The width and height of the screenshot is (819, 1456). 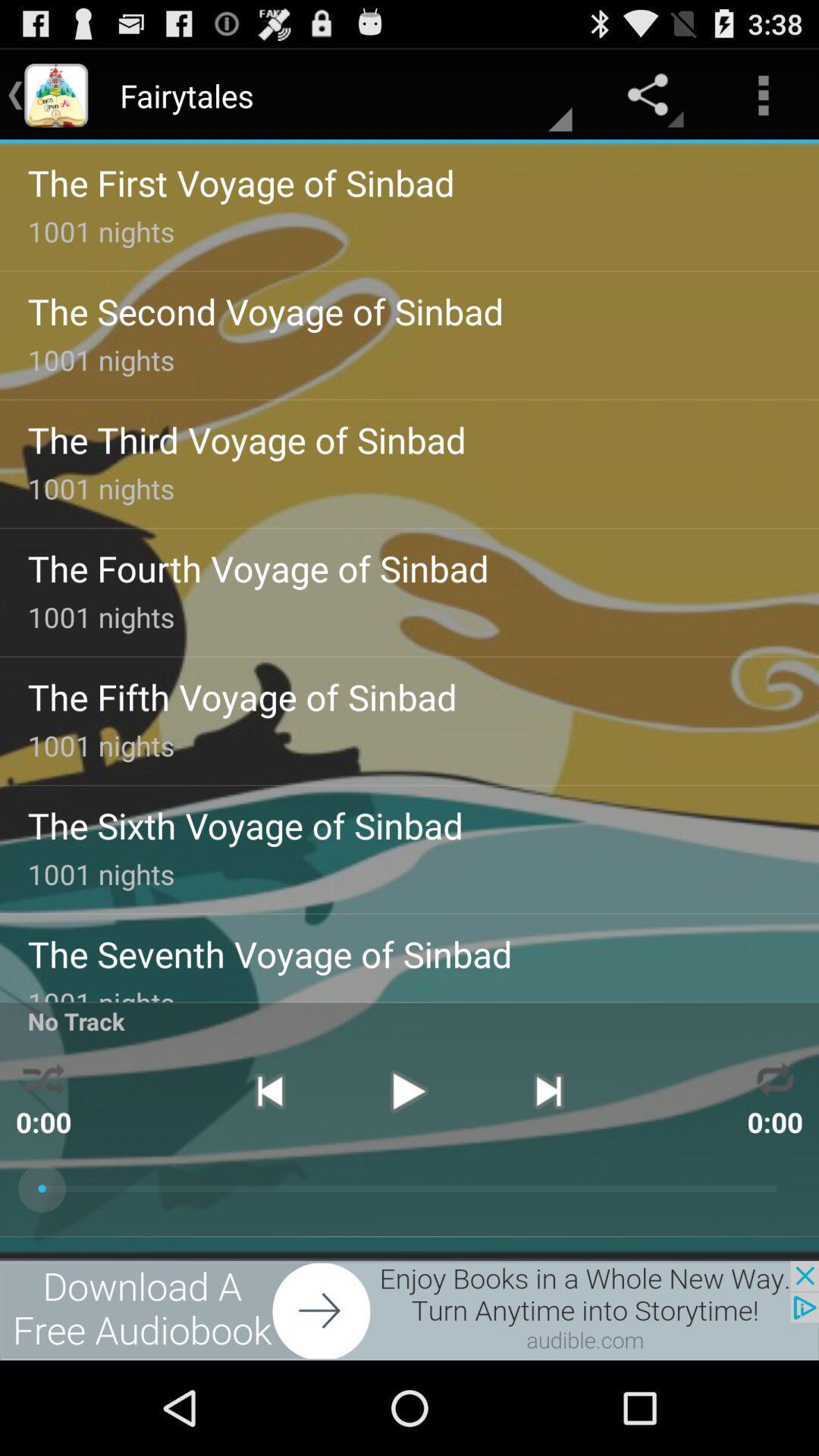 What do you see at coordinates (409, 1310) in the screenshot?
I see `open advertisement` at bounding box center [409, 1310].